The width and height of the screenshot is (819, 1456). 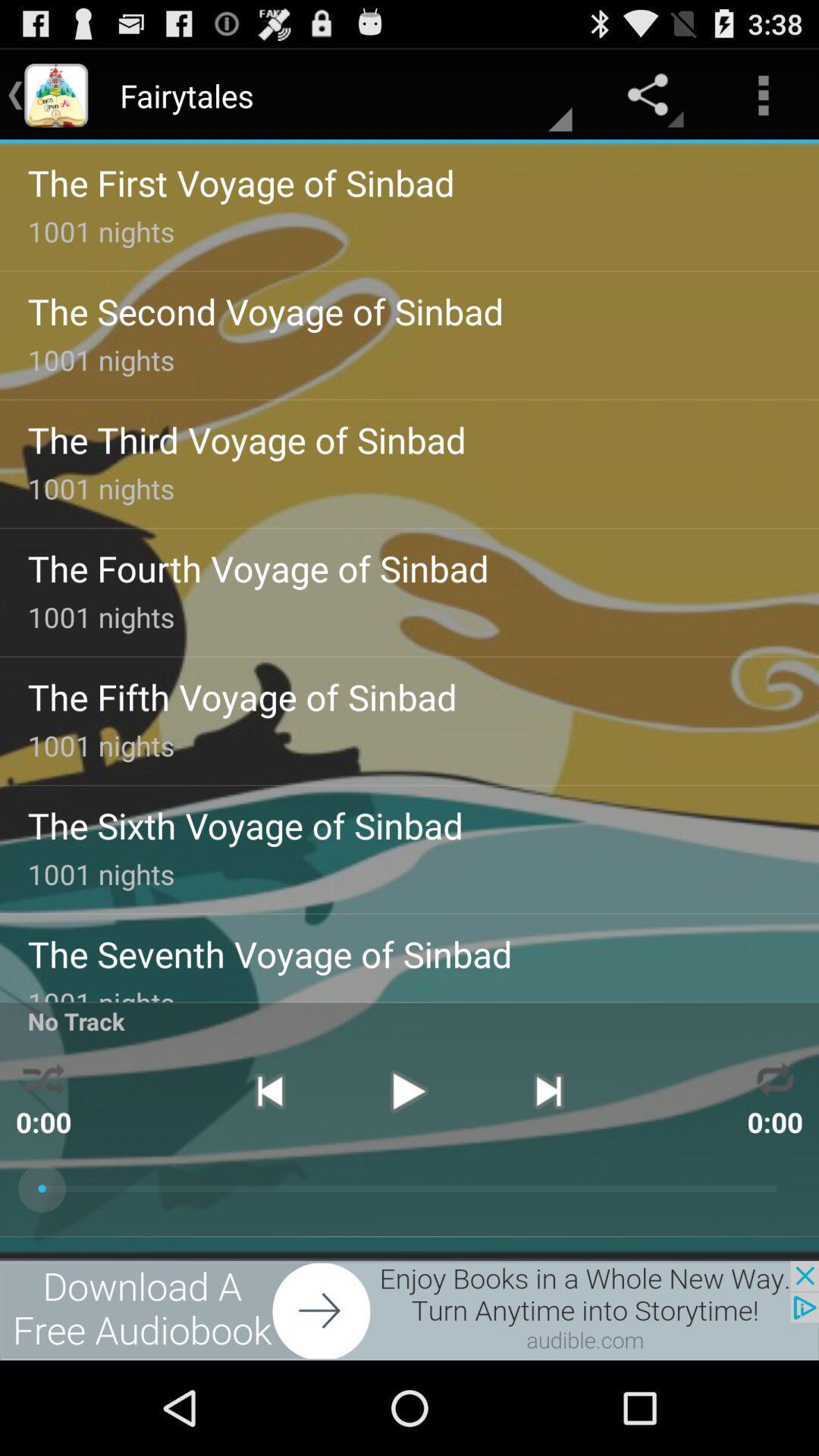 What do you see at coordinates (409, 1310) in the screenshot?
I see `open advertisement` at bounding box center [409, 1310].